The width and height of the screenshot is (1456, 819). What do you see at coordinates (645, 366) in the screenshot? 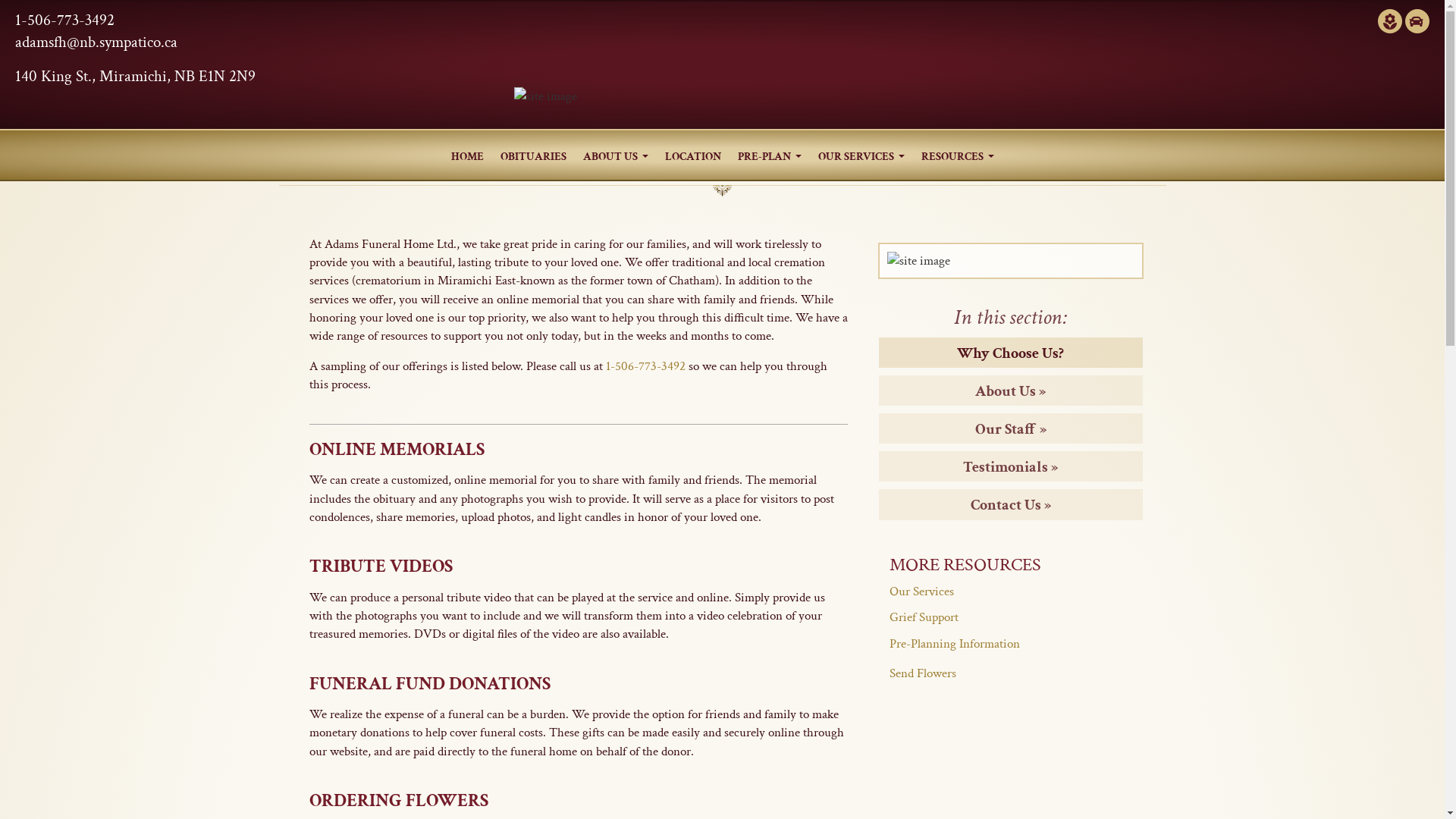
I see `'1-506-773-3492'` at bounding box center [645, 366].